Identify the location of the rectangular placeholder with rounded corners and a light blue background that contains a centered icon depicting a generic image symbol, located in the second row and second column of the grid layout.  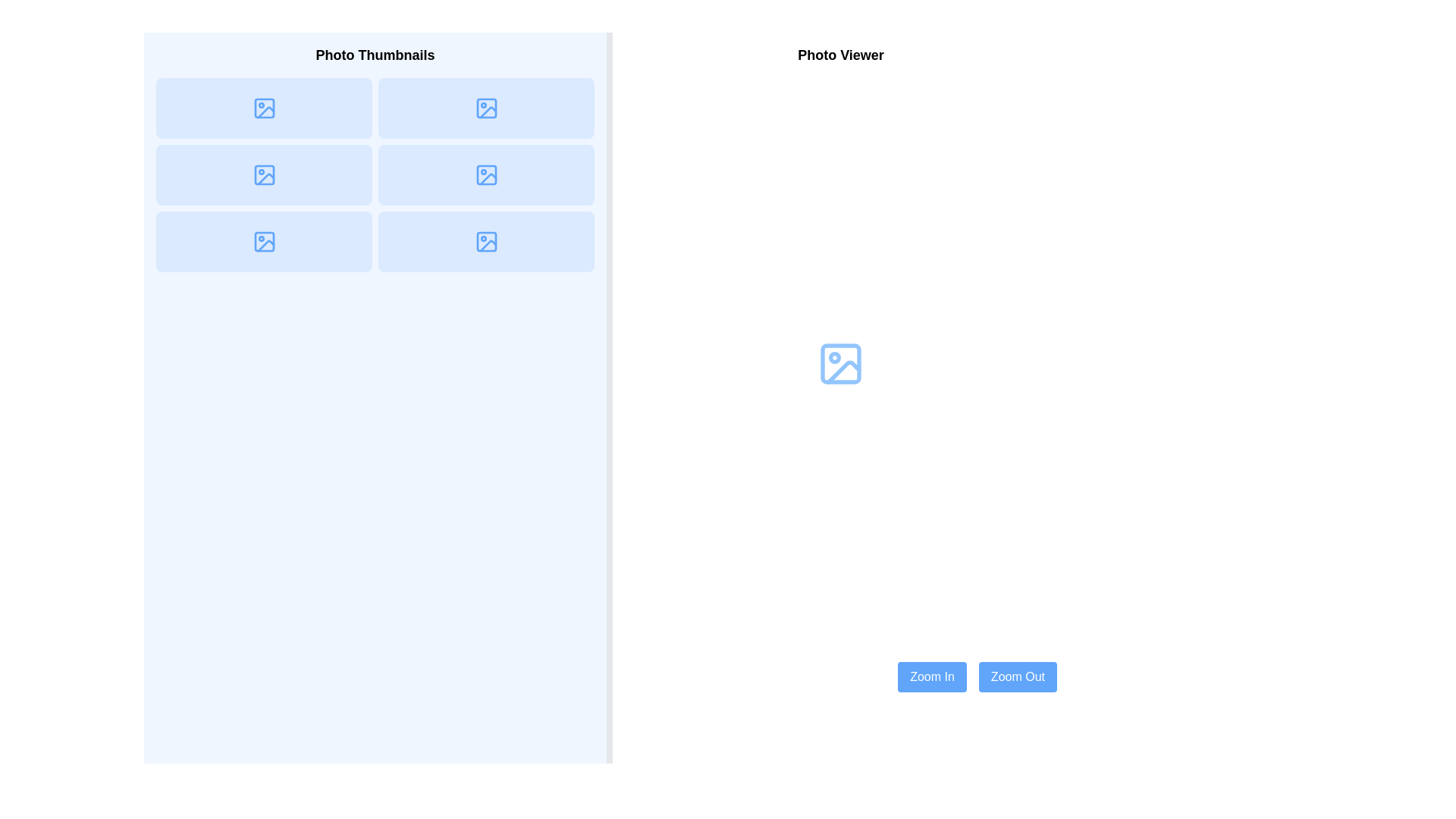
(486, 241).